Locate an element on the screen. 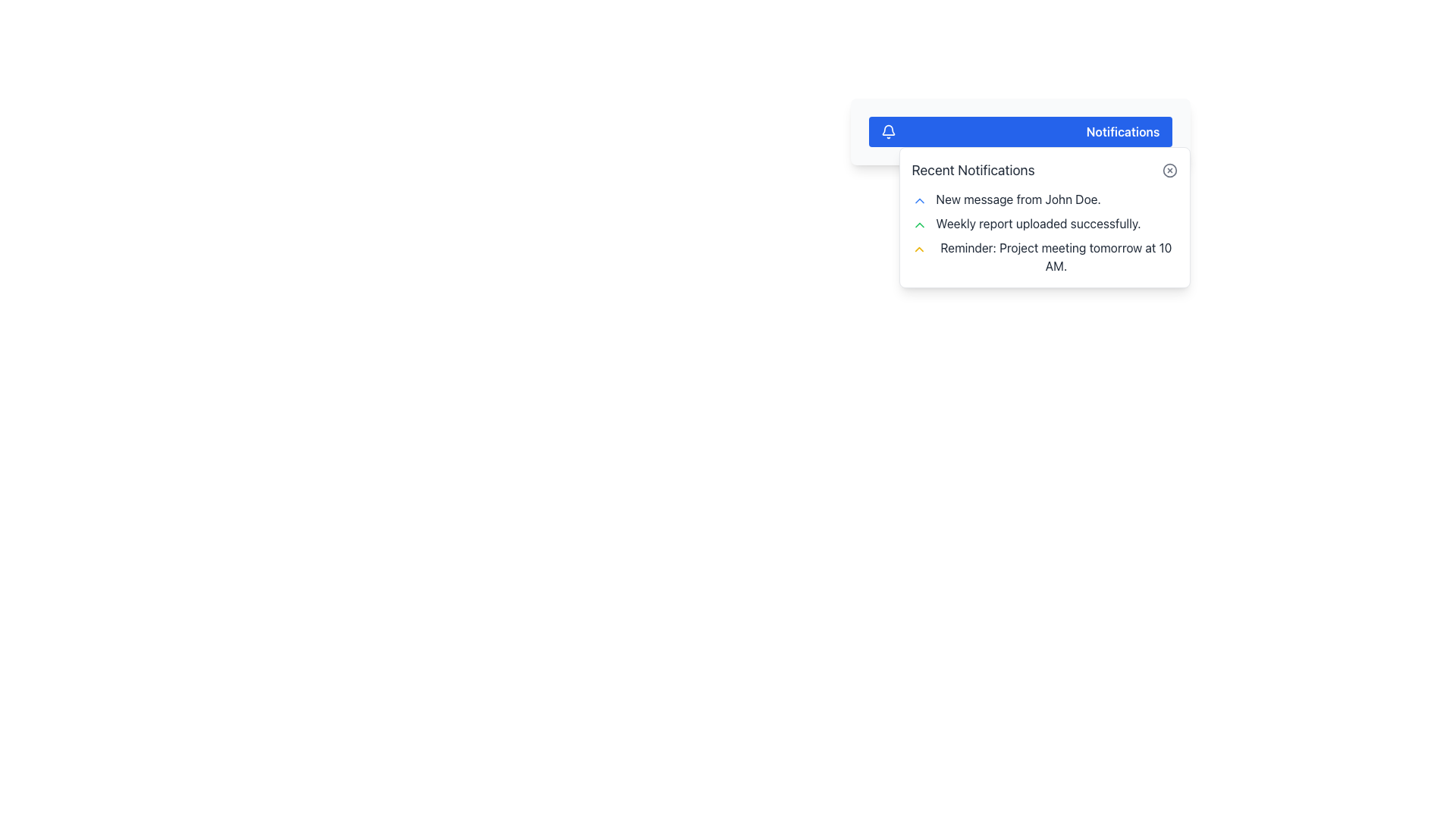 This screenshot has width=1456, height=819. the icon located at the leftmost position of the alert bar for 'Reminder: Project meeting tomorrow at 10 AM' is located at coordinates (918, 248).